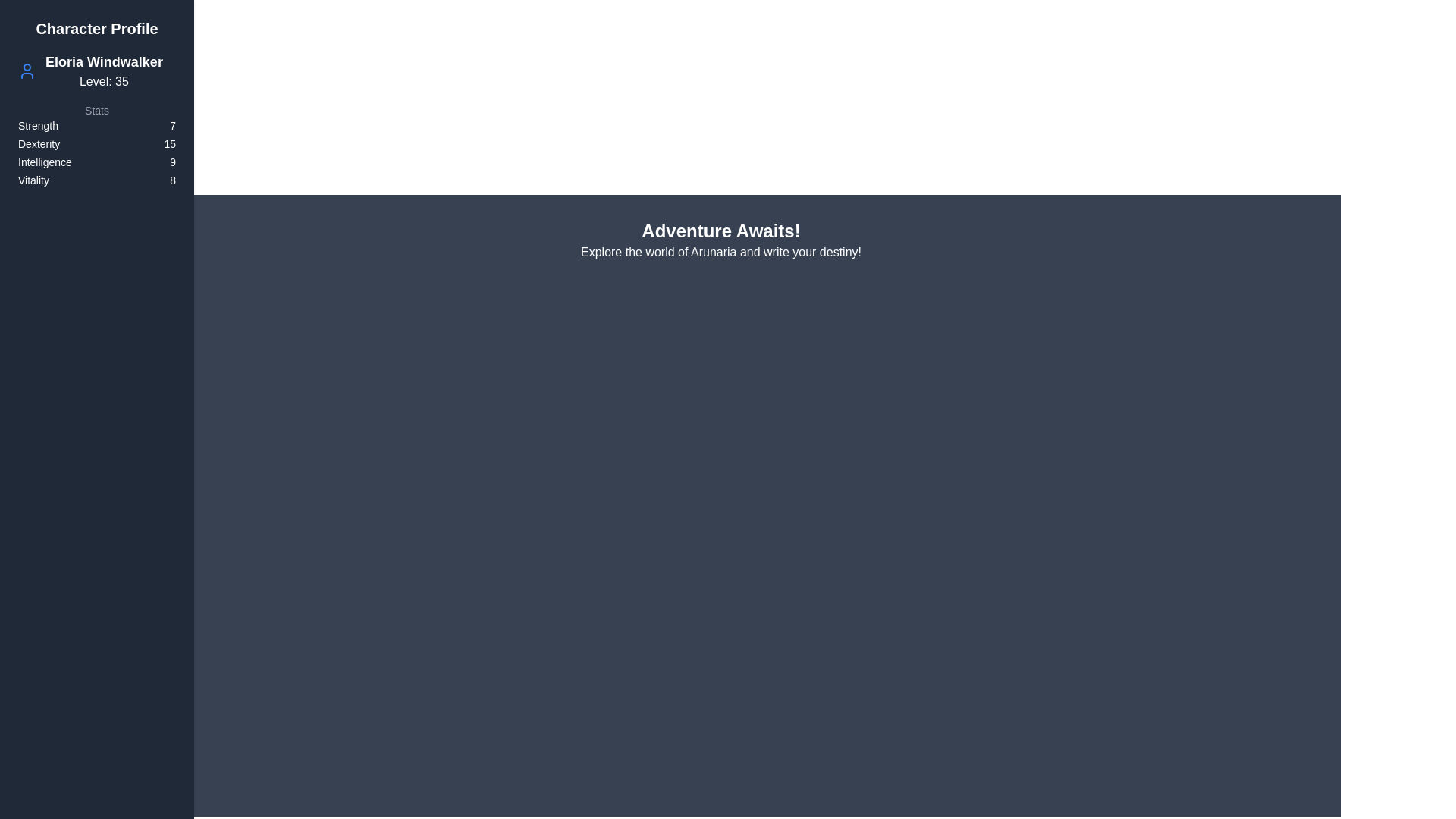 Image resolution: width=1456 pixels, height=819 pixels. What do you see at coordinates (720, 231) in the screenshot?
I see `the 'Adventure Awaits!' text to interact with the main content area` at bounding box center [720, 231].